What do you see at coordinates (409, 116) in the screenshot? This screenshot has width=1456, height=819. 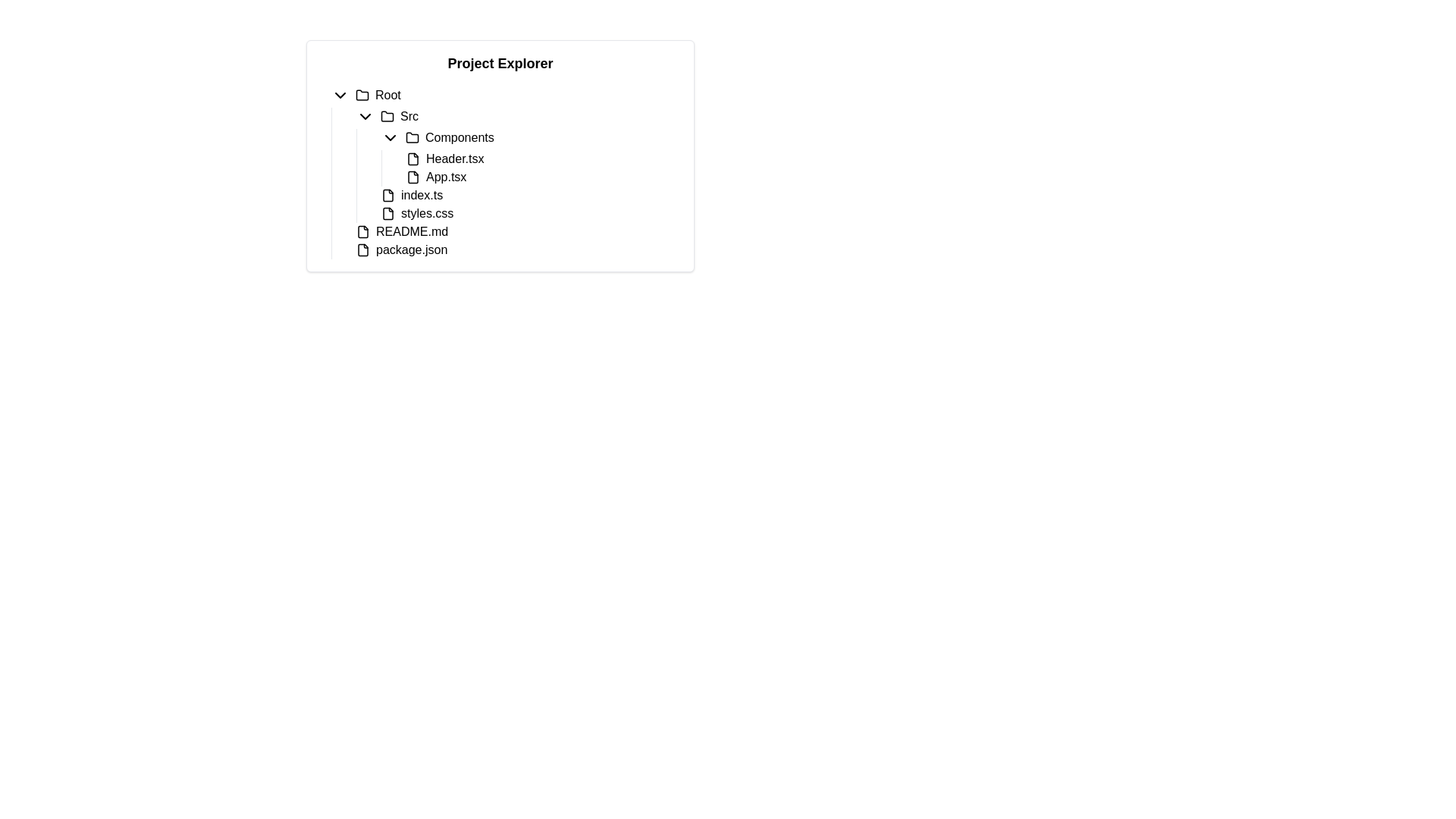 I see `the 'Src' text label in the Project Explorer section` at bounding box center [409, 116].